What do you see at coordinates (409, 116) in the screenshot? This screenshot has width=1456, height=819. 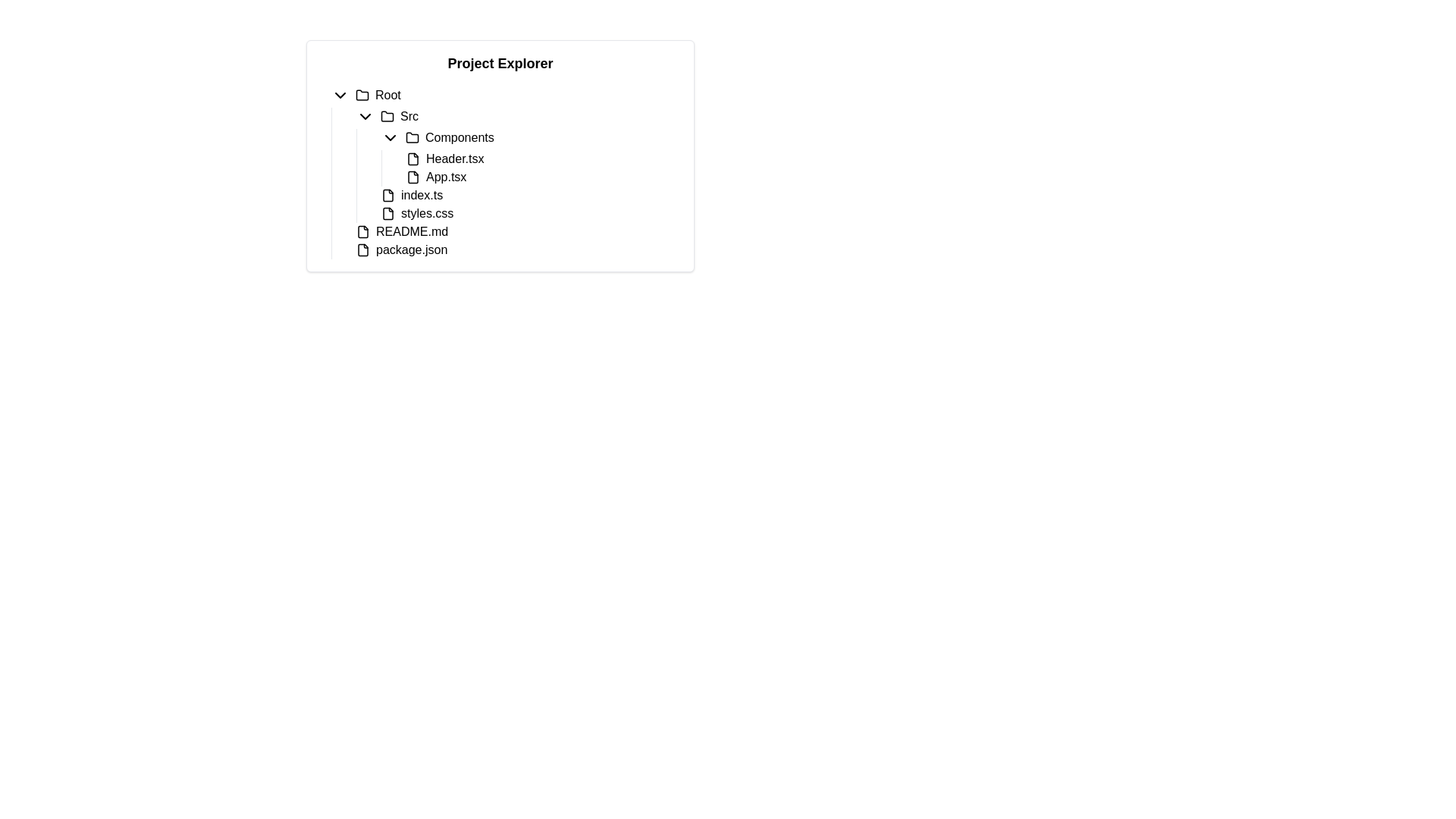 I see `the 'Src' text label in the Project Explorer section` at bounding box center [409, 116].